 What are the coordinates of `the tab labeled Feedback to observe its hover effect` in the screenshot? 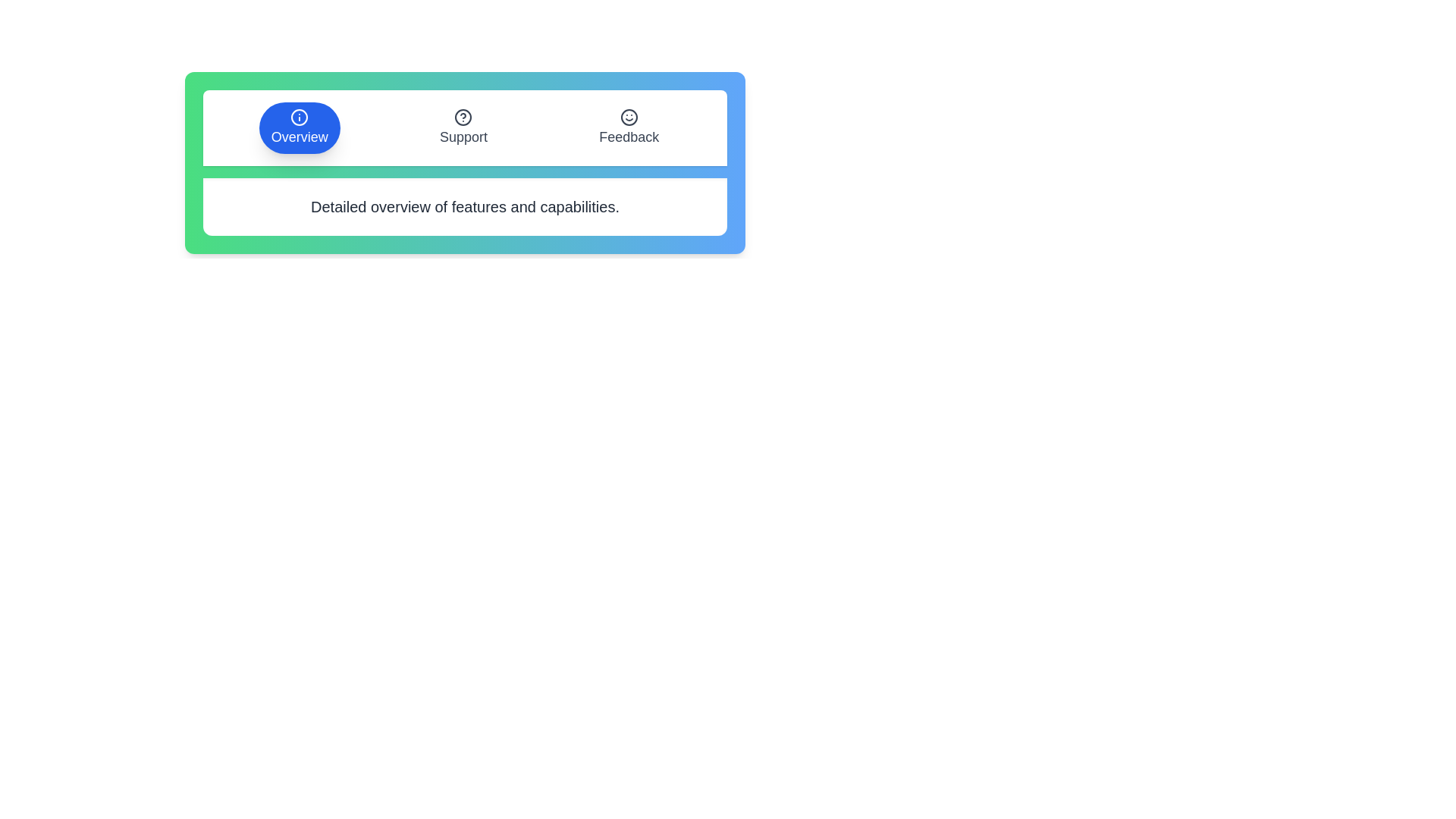 It's located at (629, 127).